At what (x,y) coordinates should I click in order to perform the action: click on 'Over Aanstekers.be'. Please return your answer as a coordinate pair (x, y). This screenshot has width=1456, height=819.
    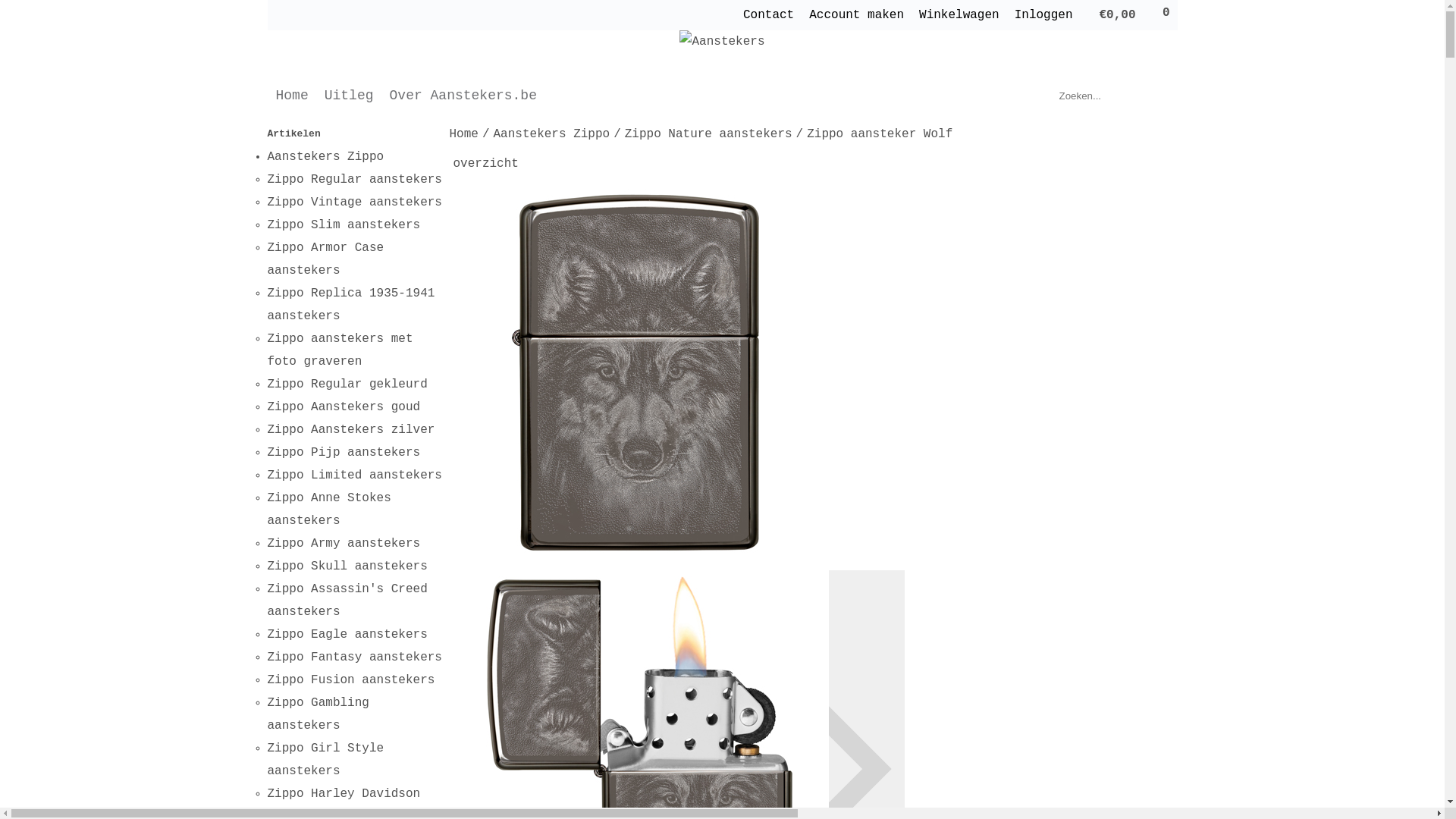
    Looking at the image, I should click on (462, 96).